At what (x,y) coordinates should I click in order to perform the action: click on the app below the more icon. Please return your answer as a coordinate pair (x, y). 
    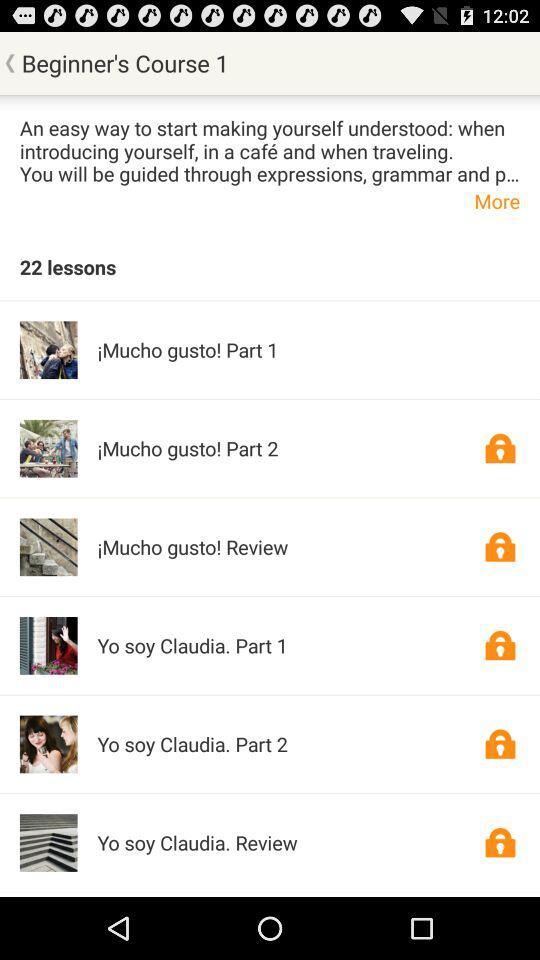
    Looking at the image, I should click on (67, 265).